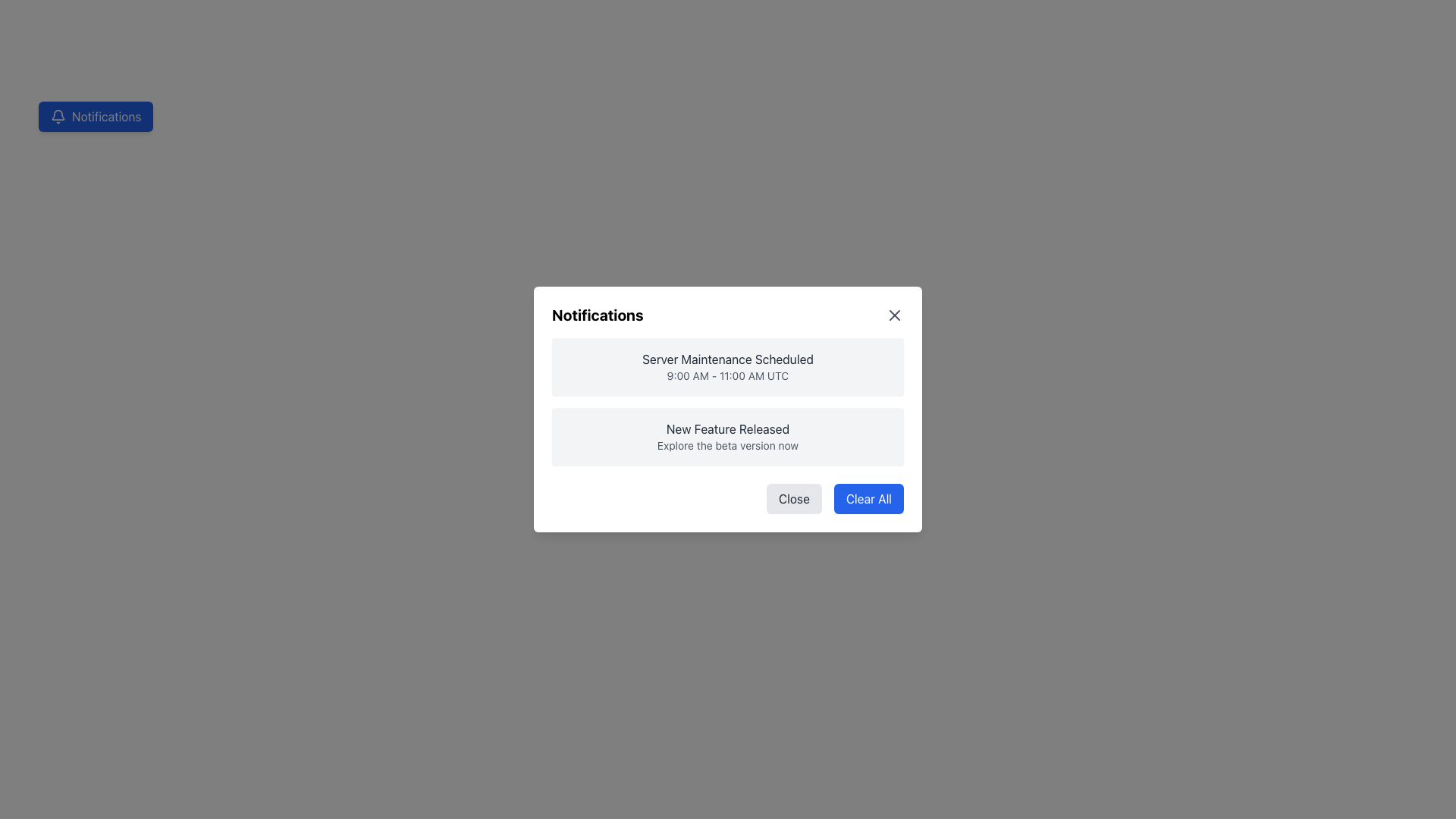  I want to click on the notification icon located in the upper-left corner of the interface, which precedes the text 'Notifications', so click(58, 116).